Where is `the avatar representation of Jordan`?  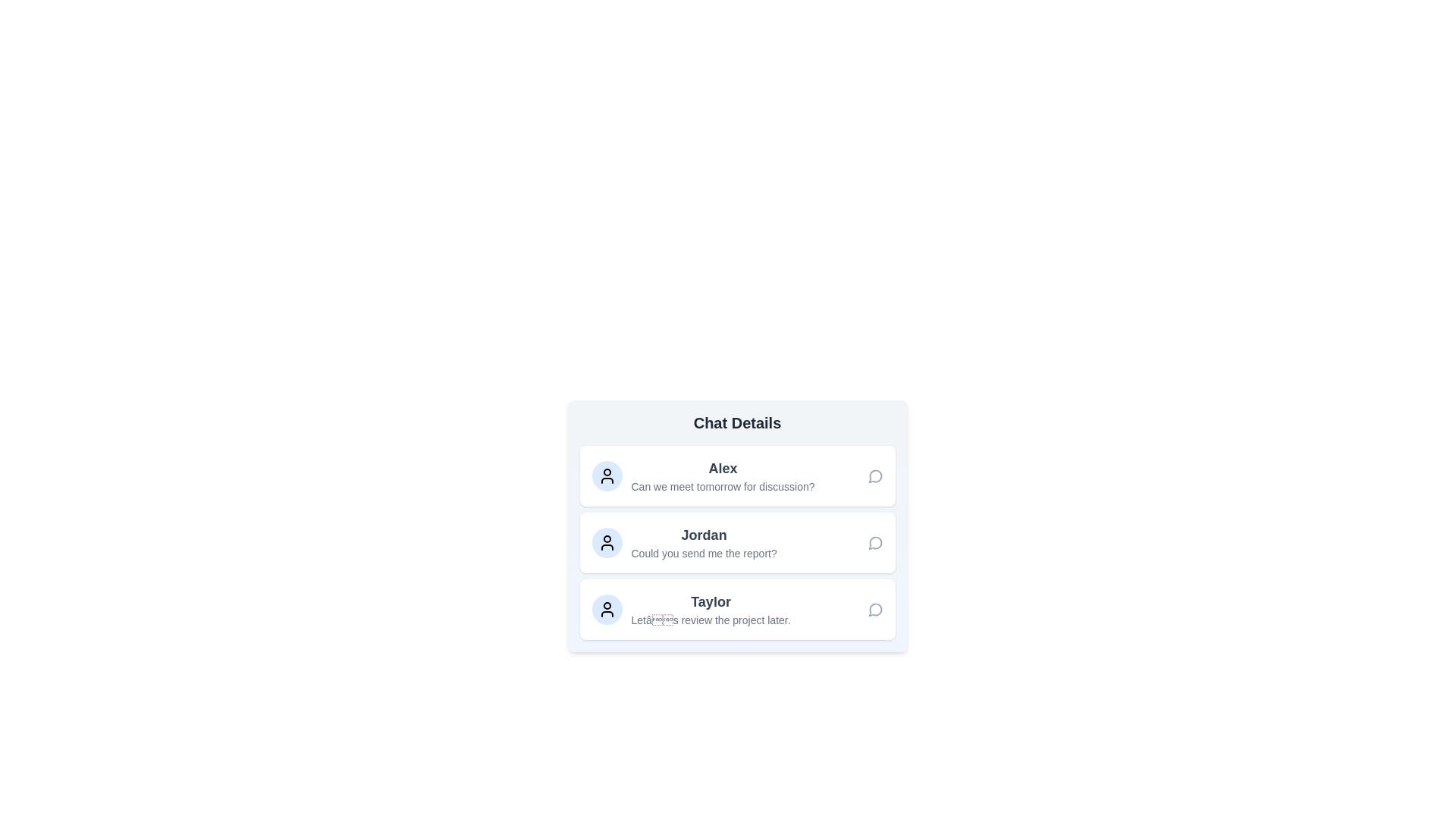
the avatar representation of Jordan is located at coordinates (607, 542).